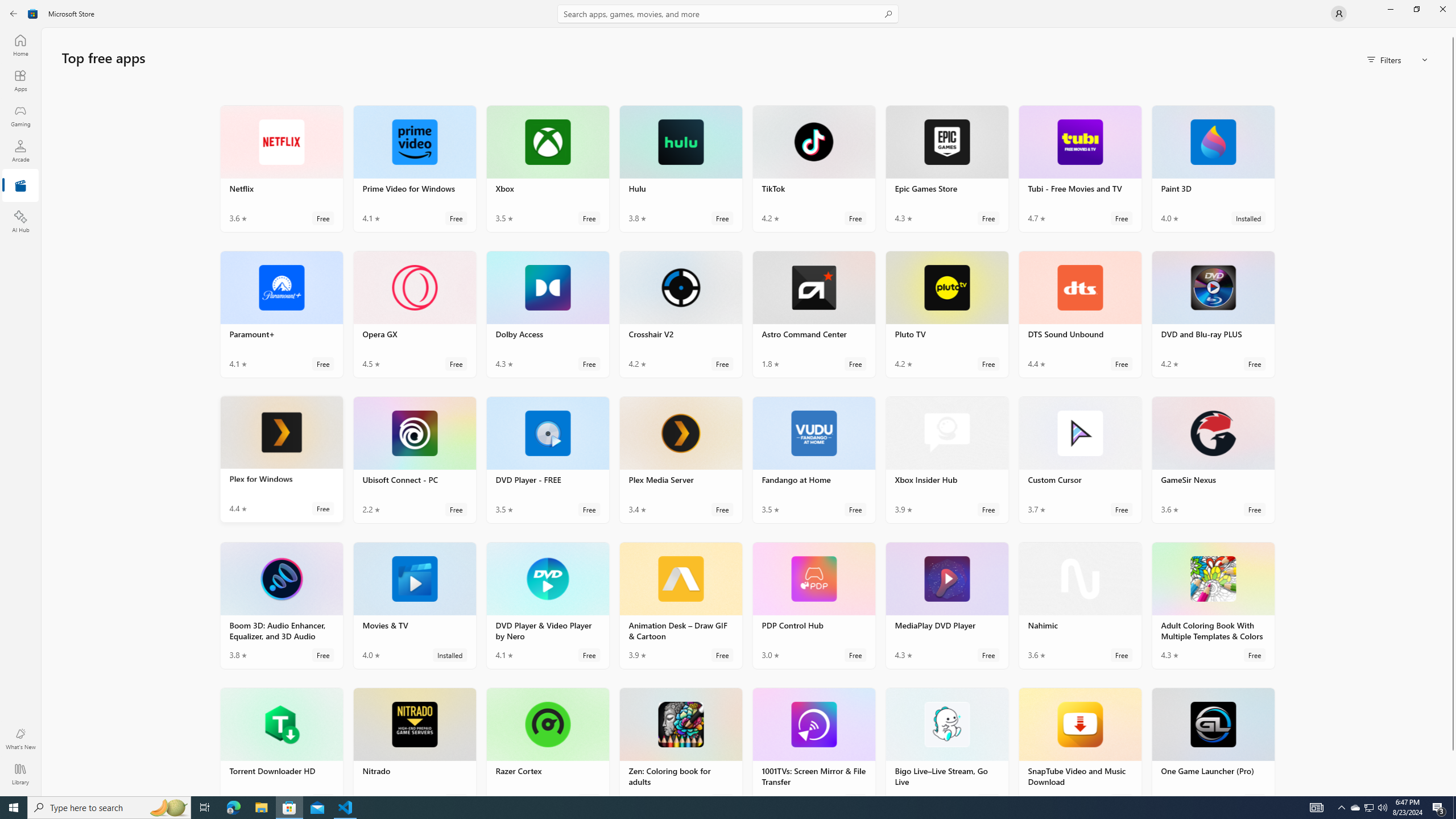 The height and width of the screenshot is (819, 1456). What do you see at coordinates (728, 13) in the screenshot?
I see `'Search'` at bounding box center [728, 13].